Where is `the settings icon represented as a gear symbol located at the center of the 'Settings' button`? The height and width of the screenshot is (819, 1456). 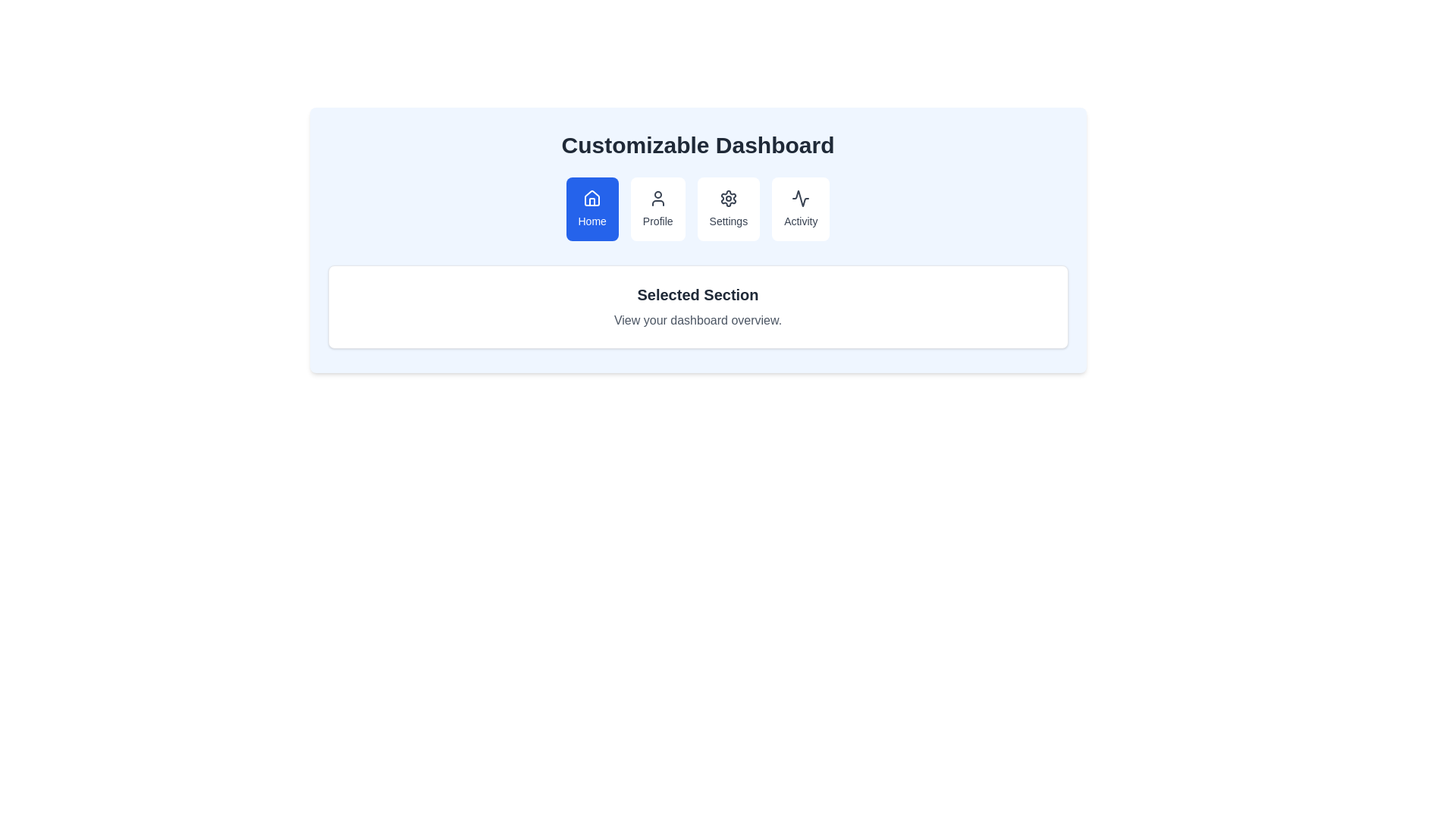
the settings icon represented as a gear symbol located at the center of the 'Settings' button is located at coordinates (728, 198).